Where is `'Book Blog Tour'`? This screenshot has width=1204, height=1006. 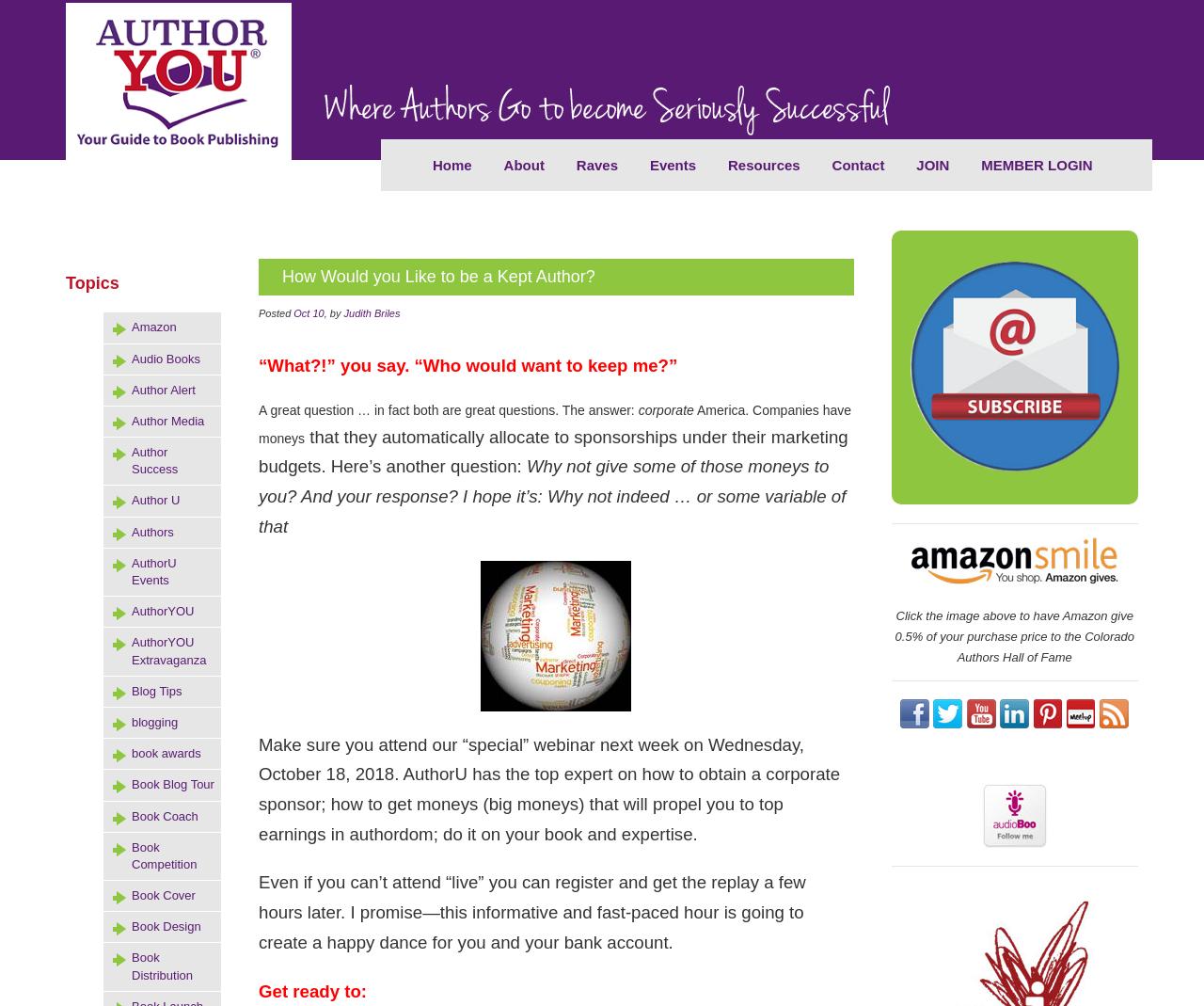
'Book Blog Tour' is located at coordinates (172, 784).